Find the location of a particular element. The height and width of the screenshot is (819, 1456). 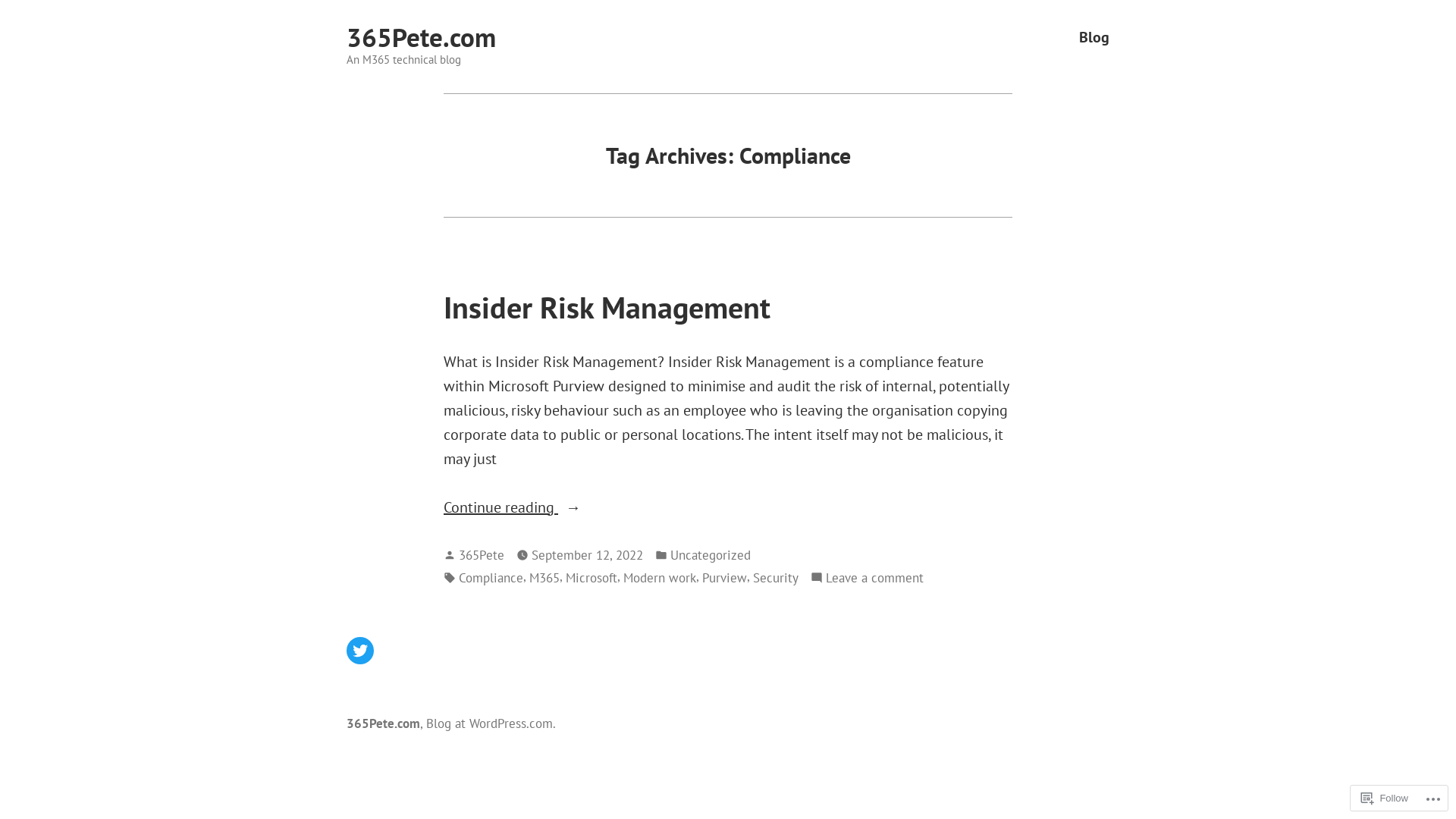

'Leave a comment' is located at coordinates (874, 578).